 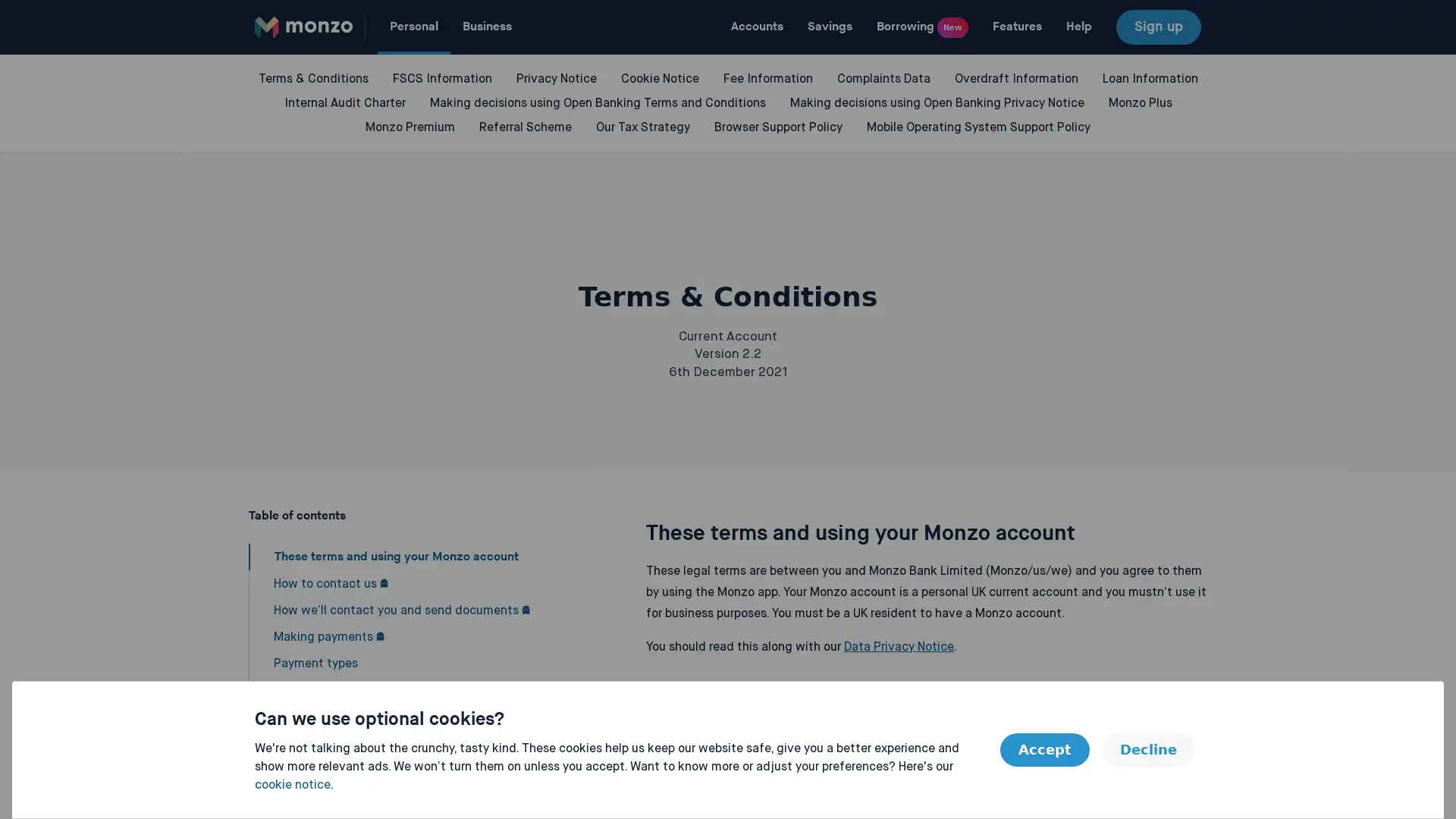 What do you see at coordinates (1043, 748) in the screenshot?
I see `Accept` at bounding box center [1043, 748].